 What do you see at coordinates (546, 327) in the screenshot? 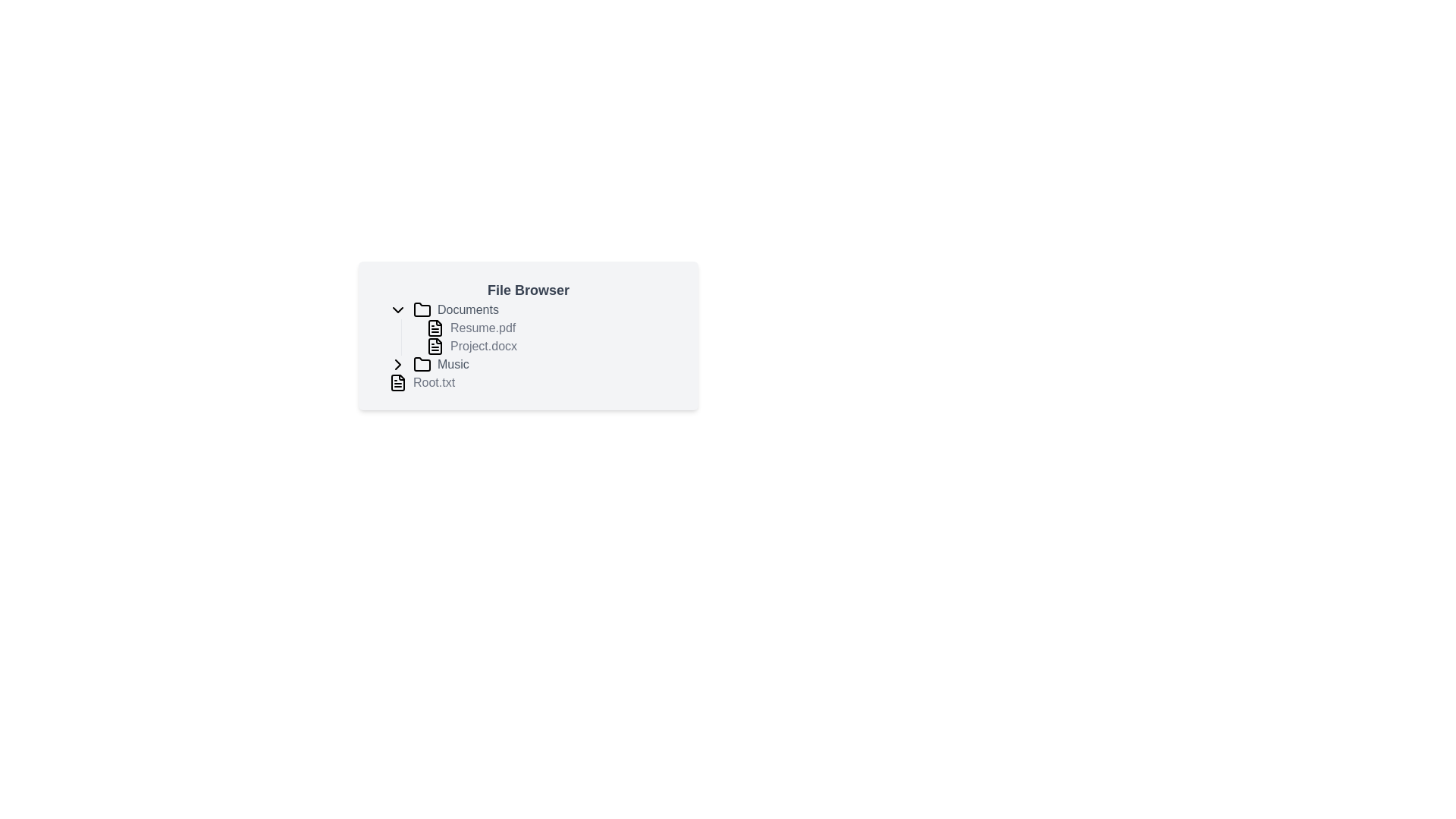
I see `the file entry labeled 'Resume.pdf' in the file tree` at bounding box center [546, 327].